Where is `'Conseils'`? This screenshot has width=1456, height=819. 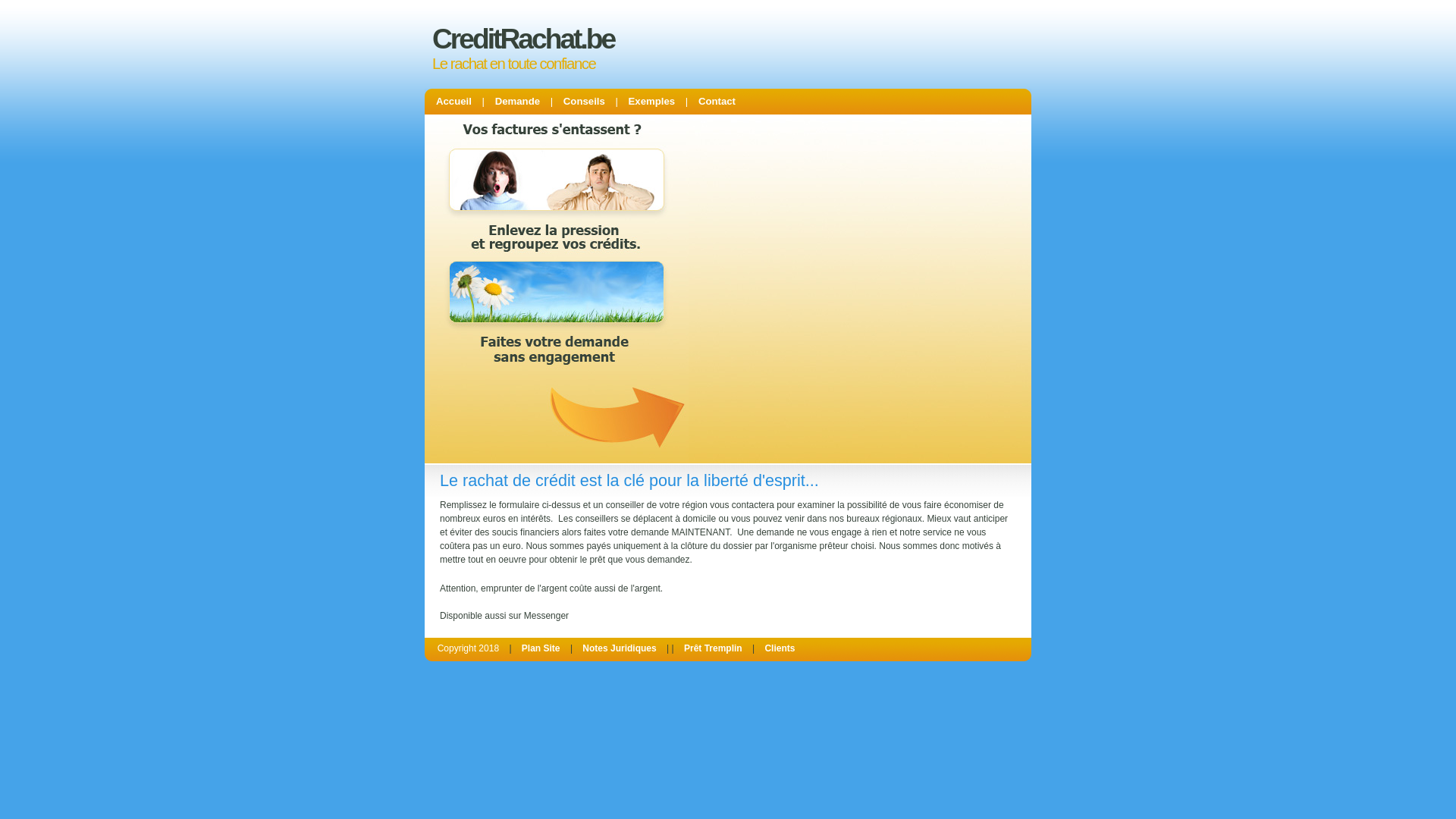
'Conseils' is located at coordinates (583, 101).